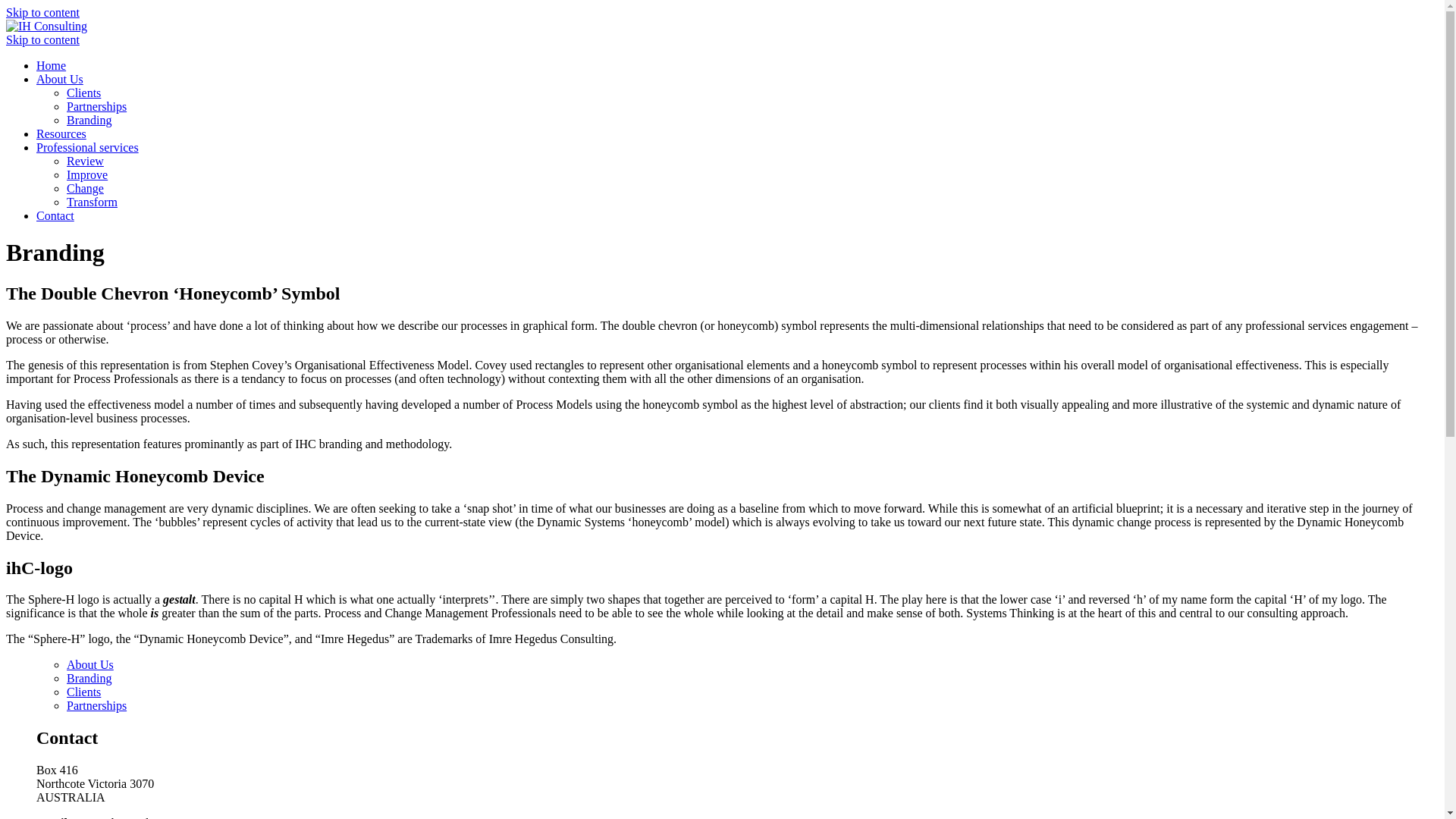 This screenshot has height=819, width=1456. Describe the element at coordinates (65, 119) in the screenshot. I see `'Branding'` at that location.